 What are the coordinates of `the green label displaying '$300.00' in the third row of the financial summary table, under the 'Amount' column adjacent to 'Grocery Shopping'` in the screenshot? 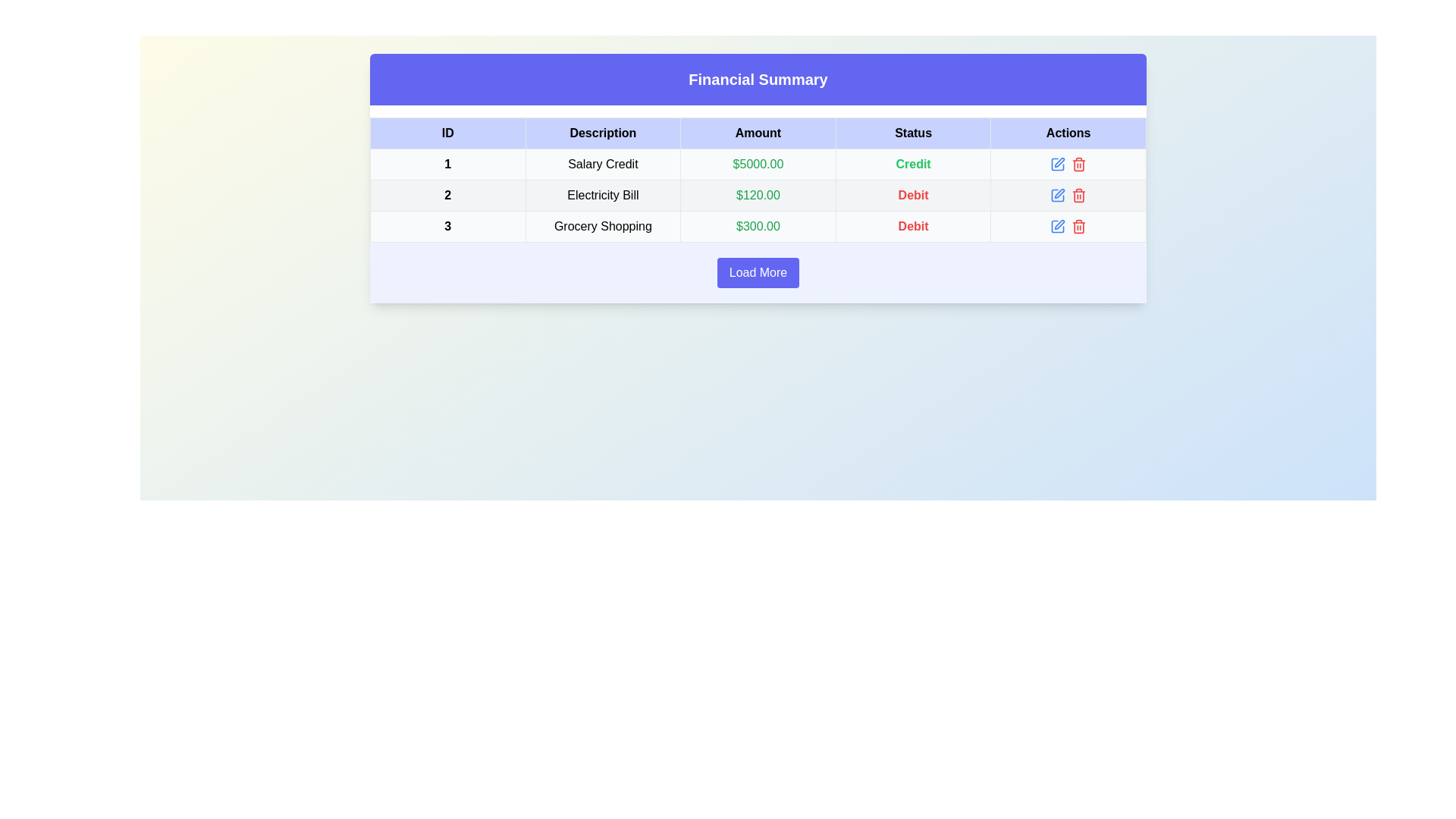 It's located at (758, 227).